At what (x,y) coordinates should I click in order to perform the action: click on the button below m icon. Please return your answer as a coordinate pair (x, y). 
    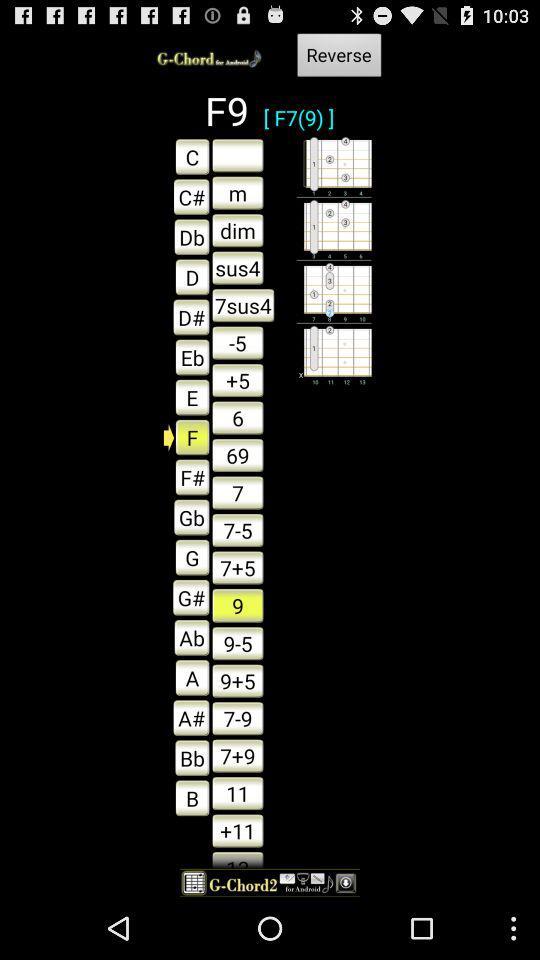
    Looking at the image, I should click on (237, 230).